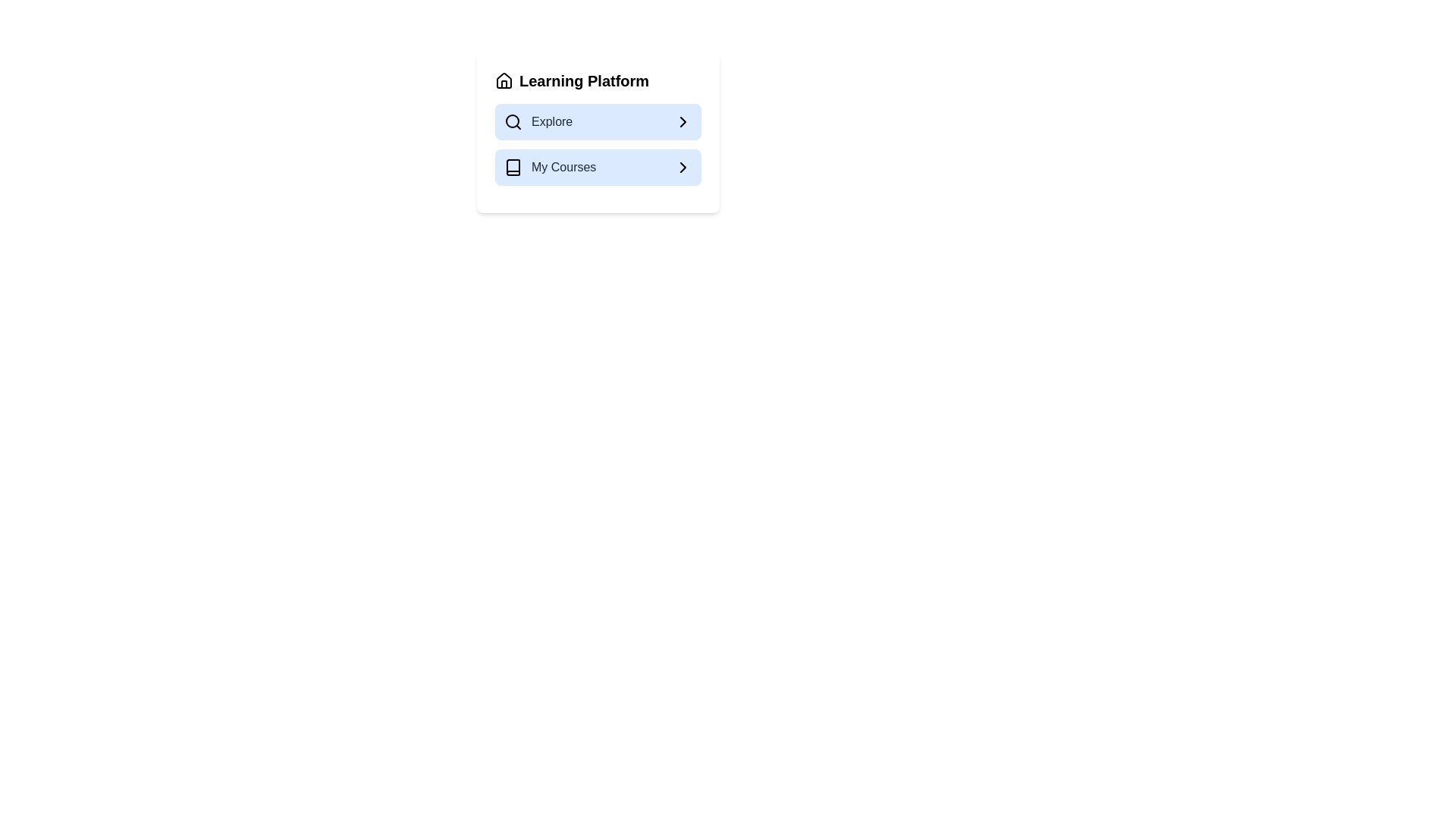 The height and width of the screenshot is (819, 1456). Describe the element at coordinates (513, 167) in the screenshot. I see `the 'My Courses' icon located in the left navigation menu` at that location.